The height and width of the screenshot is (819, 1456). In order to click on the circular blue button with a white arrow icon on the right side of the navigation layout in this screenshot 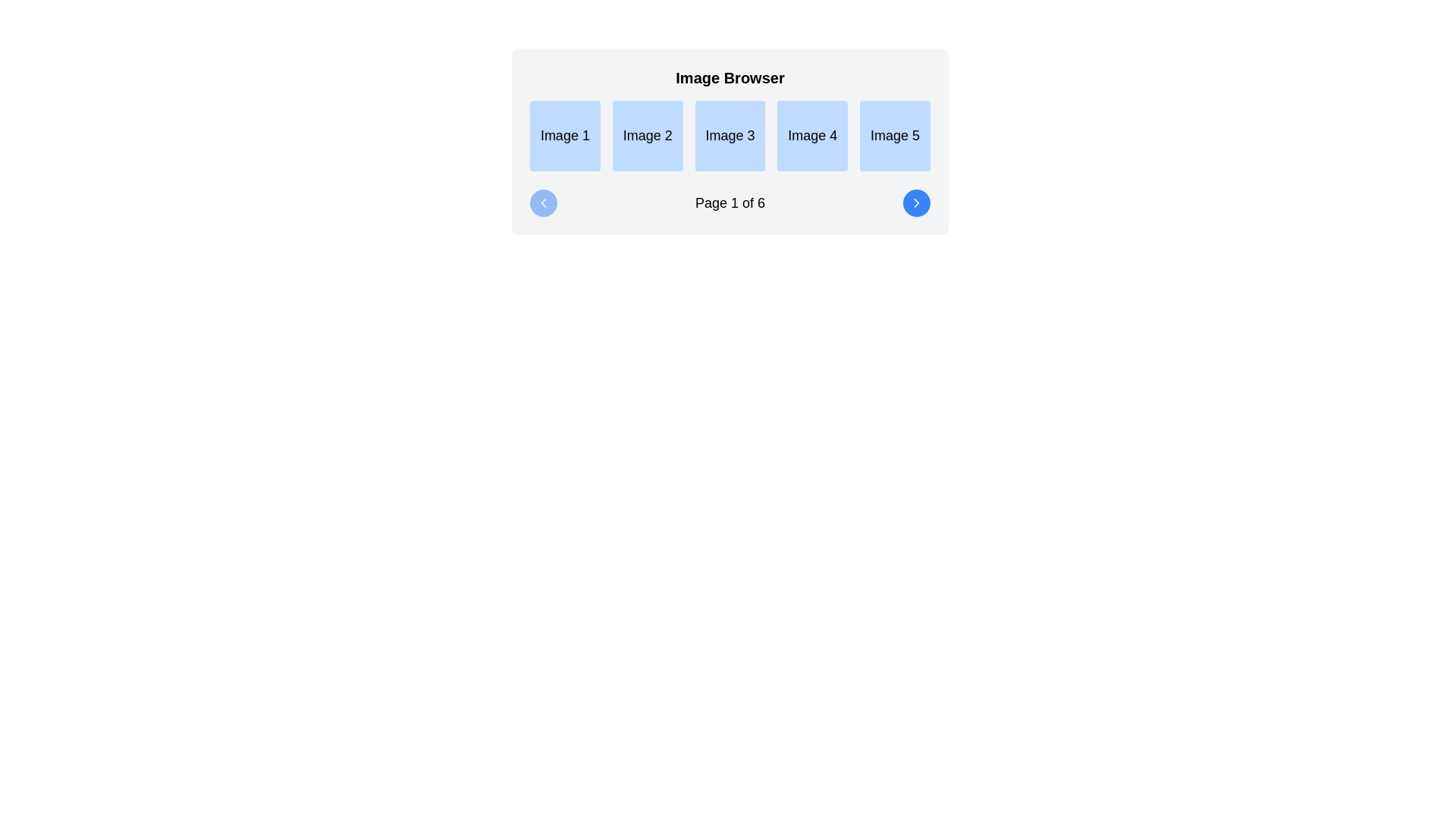, I will do `click(916, 201)`.